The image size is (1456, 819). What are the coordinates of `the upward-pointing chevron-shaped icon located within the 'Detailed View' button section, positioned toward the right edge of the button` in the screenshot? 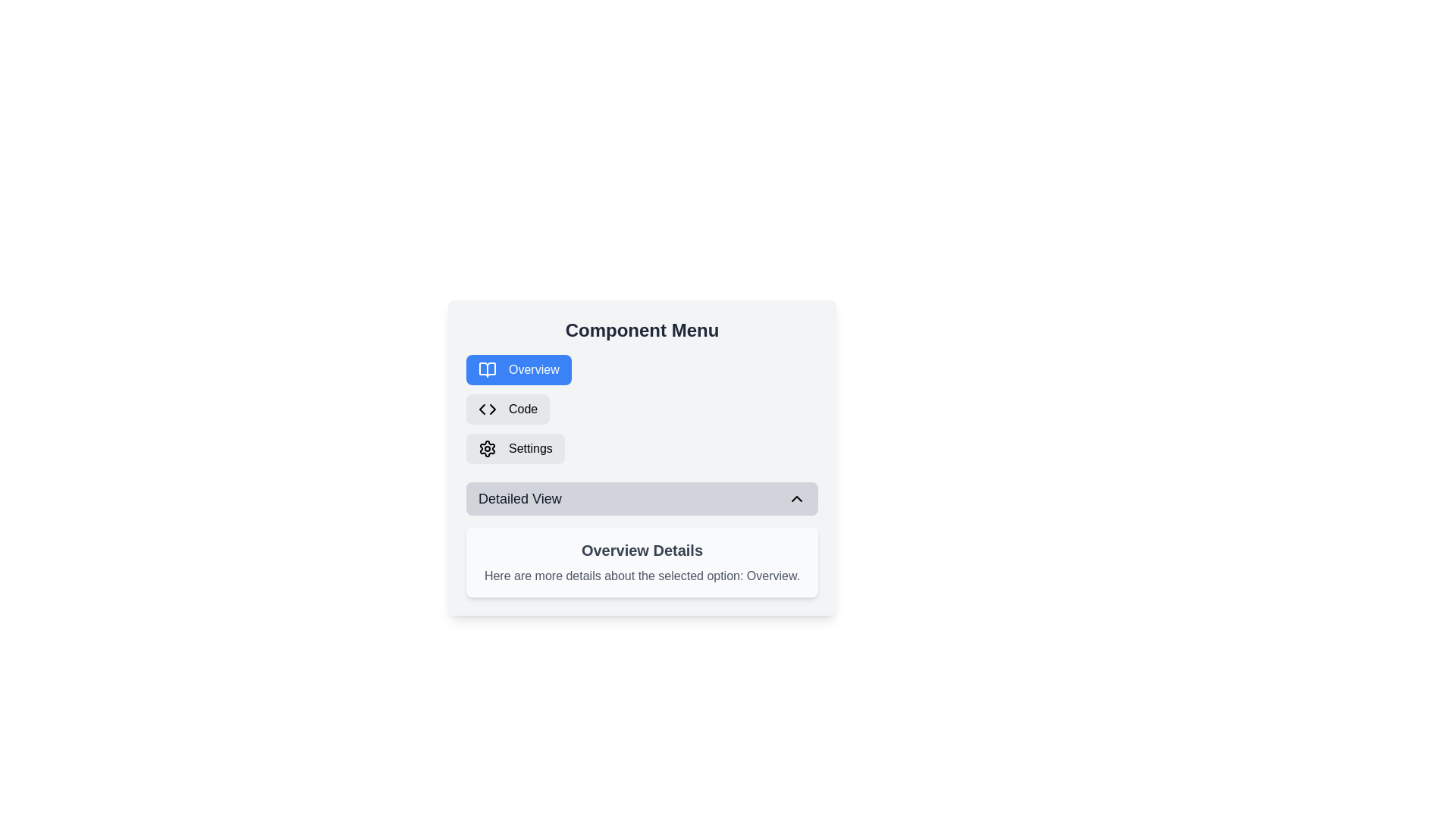 It's located at (796, 499).